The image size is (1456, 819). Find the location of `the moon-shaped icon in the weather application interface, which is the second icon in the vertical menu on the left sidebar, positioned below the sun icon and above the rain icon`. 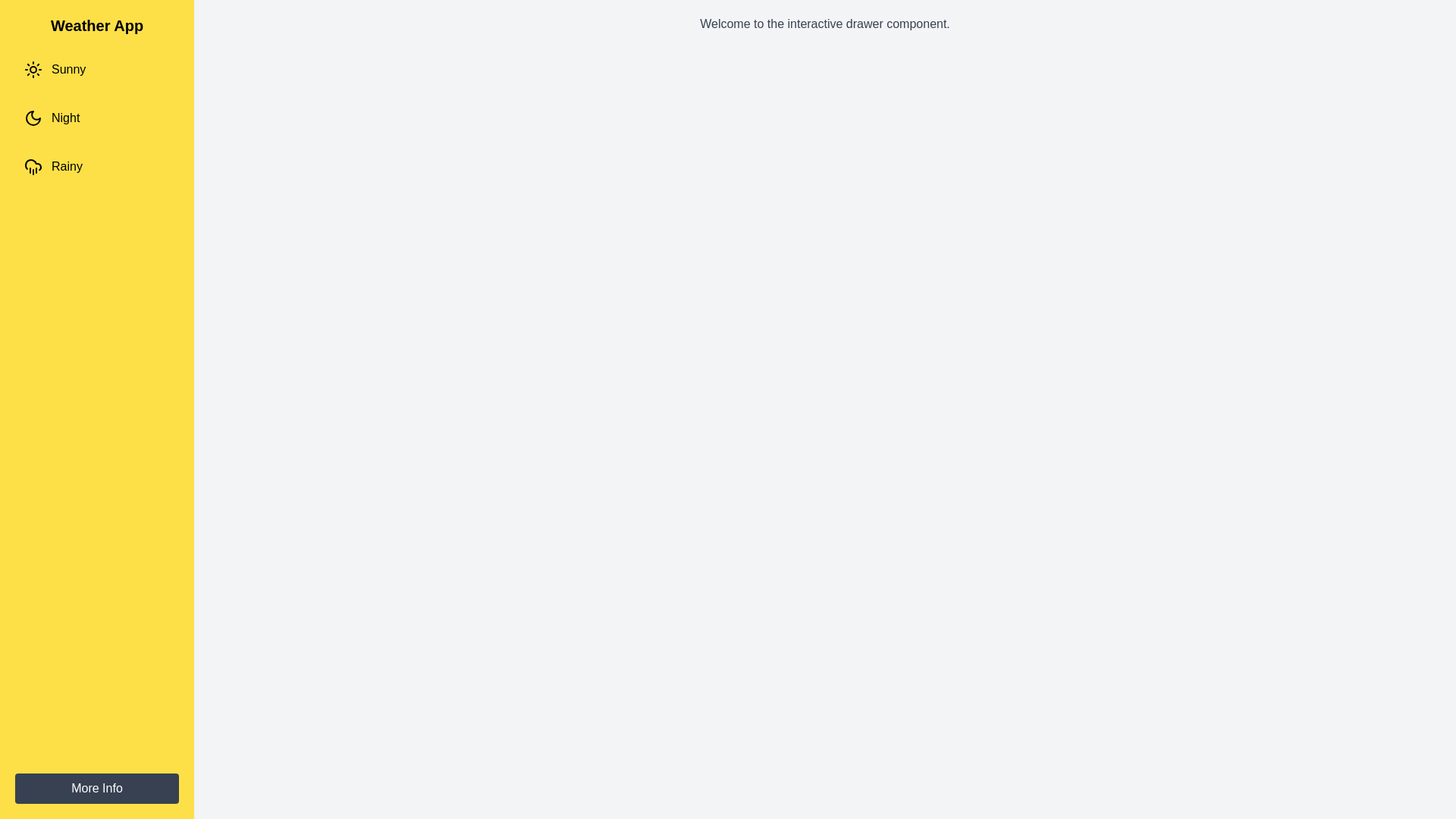

the moon-shaped icon in the weather application interface, which is the second icon in the vertical menu on the left sidebar, positioned below the sun icon and above the rain icon is located at coordinates (33, 117).